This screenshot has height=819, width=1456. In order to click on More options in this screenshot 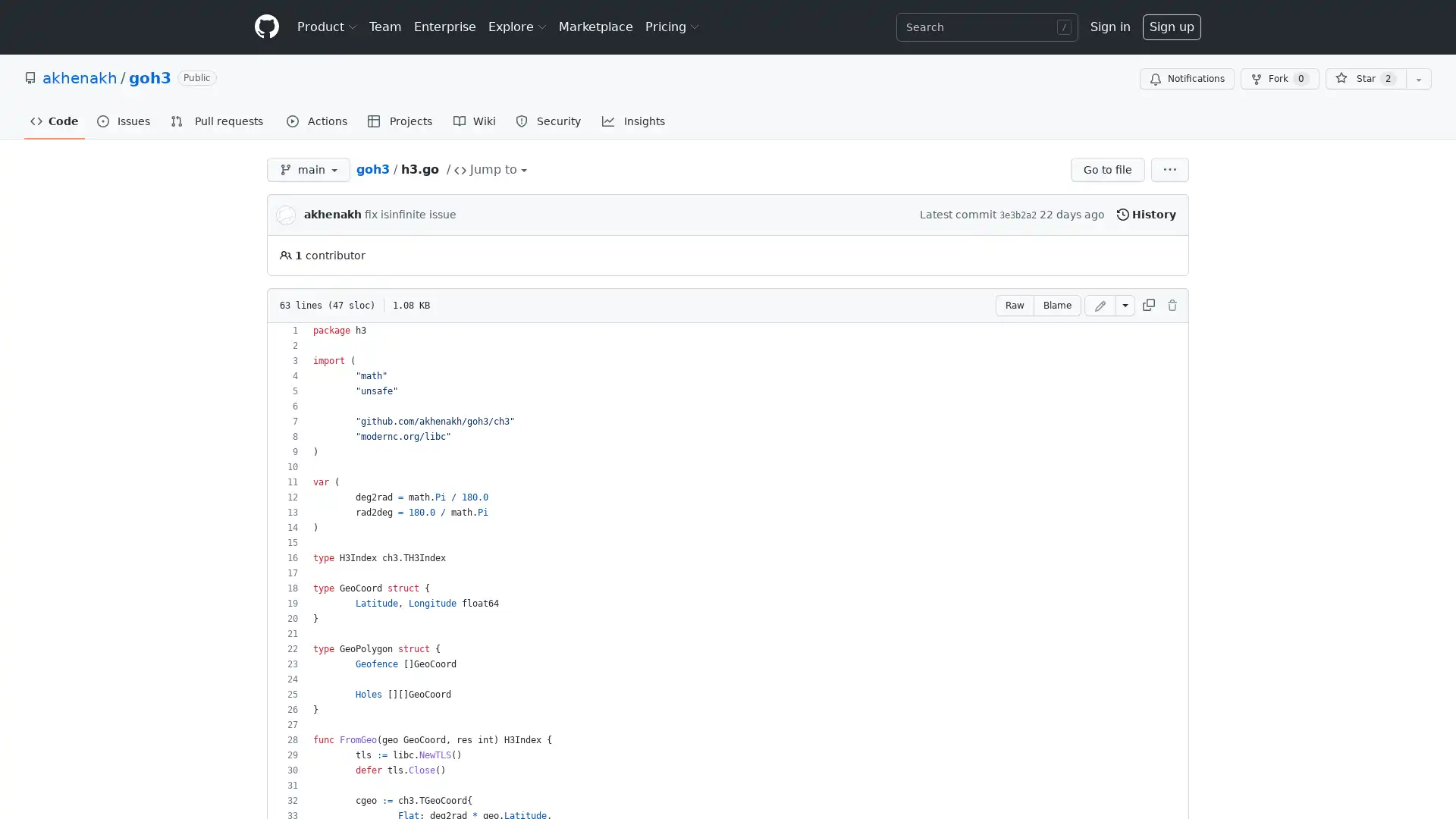, I will do `click(1169, 169)`.